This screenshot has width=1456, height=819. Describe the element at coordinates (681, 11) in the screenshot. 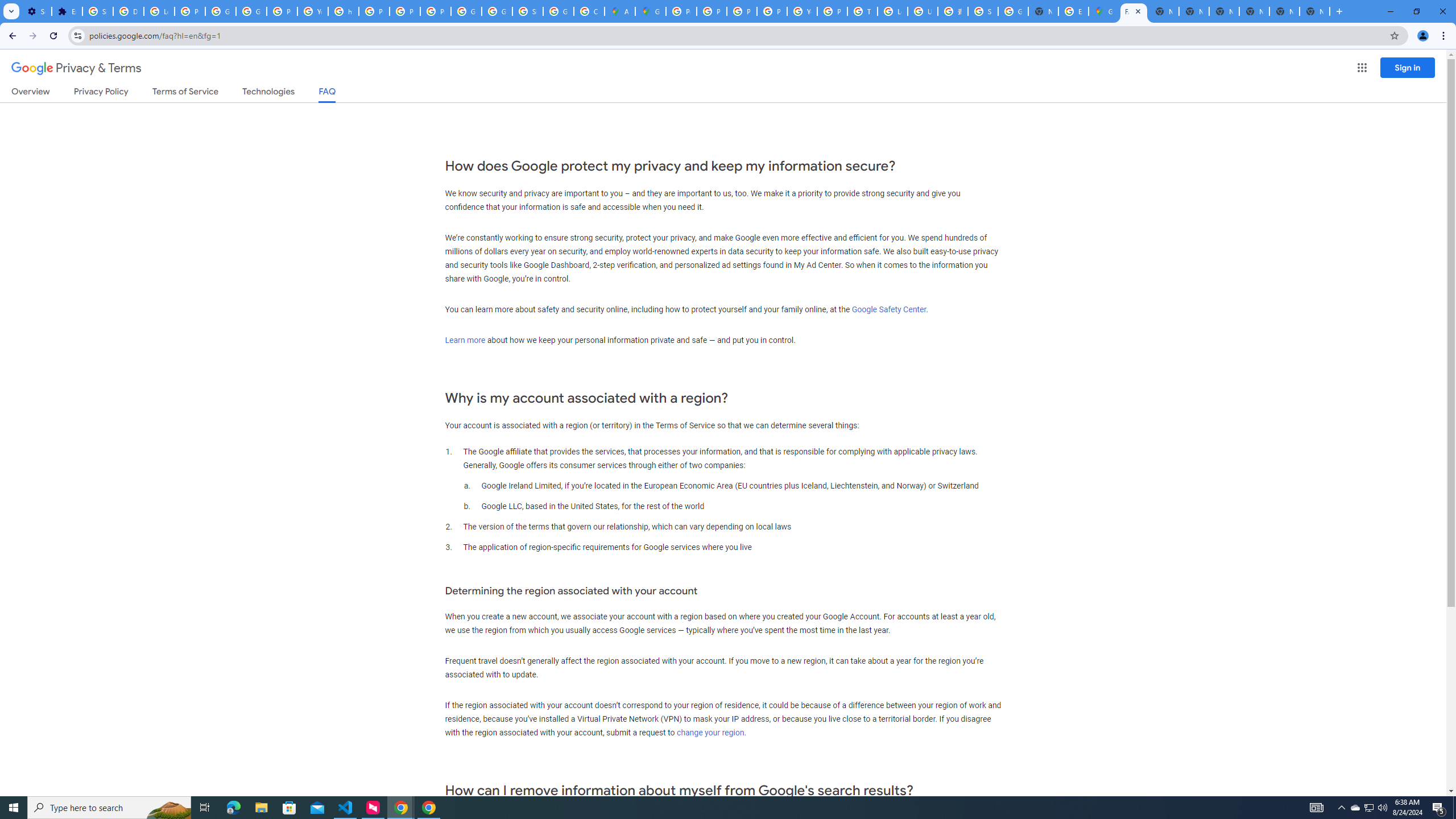

I see `'Policy Accountability and Transparency - Transparency Center'` at that location.